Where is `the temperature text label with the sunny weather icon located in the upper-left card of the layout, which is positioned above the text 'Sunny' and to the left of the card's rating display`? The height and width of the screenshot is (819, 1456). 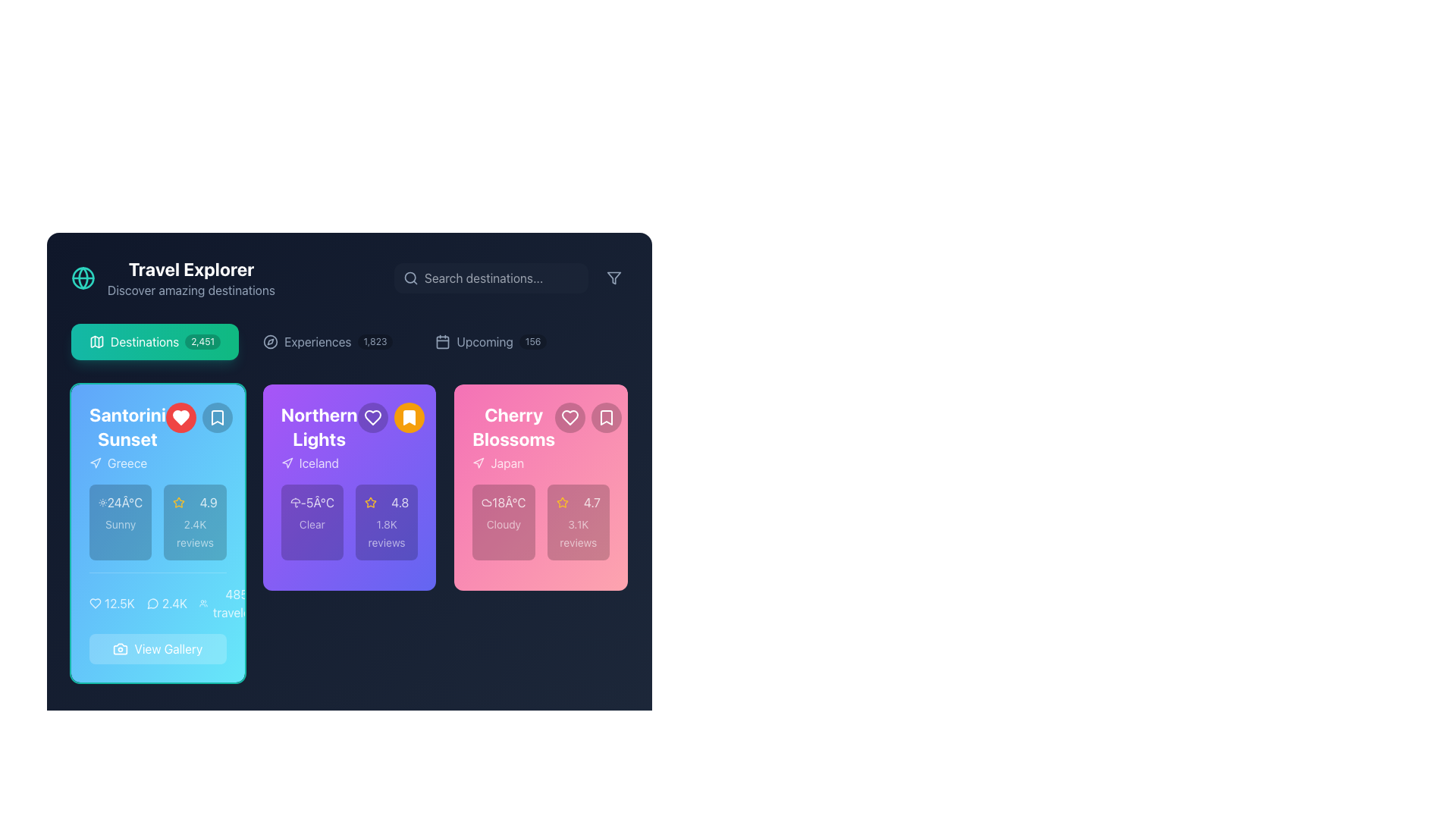 the temperature text label with the sunny weather icon located in the upper-left card of the layout, which is positioned above the text 'Sunny' and to the left of the card's rating display is located at coordinates (120, 503).